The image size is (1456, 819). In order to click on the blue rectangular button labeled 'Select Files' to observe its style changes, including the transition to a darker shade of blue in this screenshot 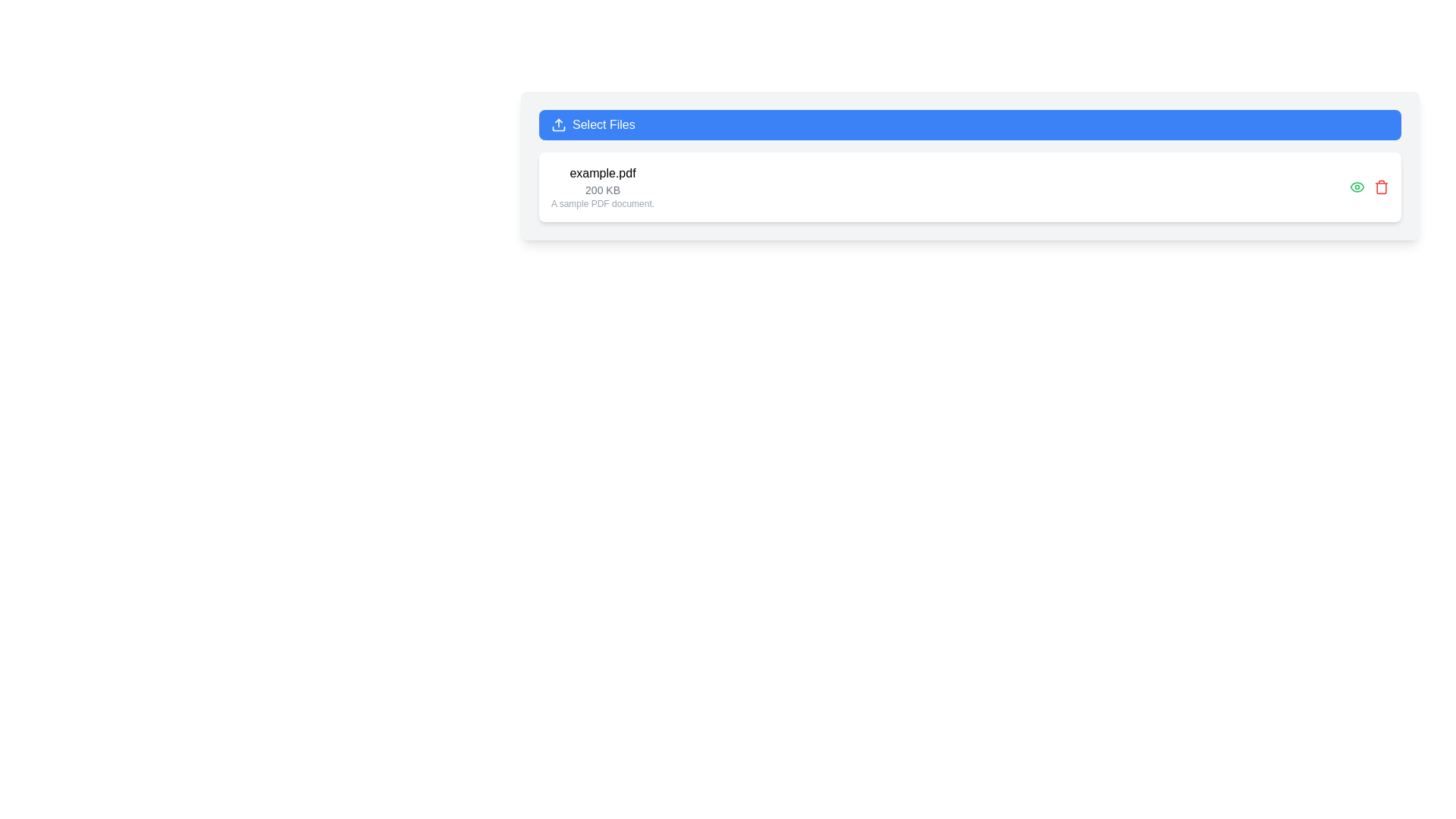, I will do `click(969, 124)`.